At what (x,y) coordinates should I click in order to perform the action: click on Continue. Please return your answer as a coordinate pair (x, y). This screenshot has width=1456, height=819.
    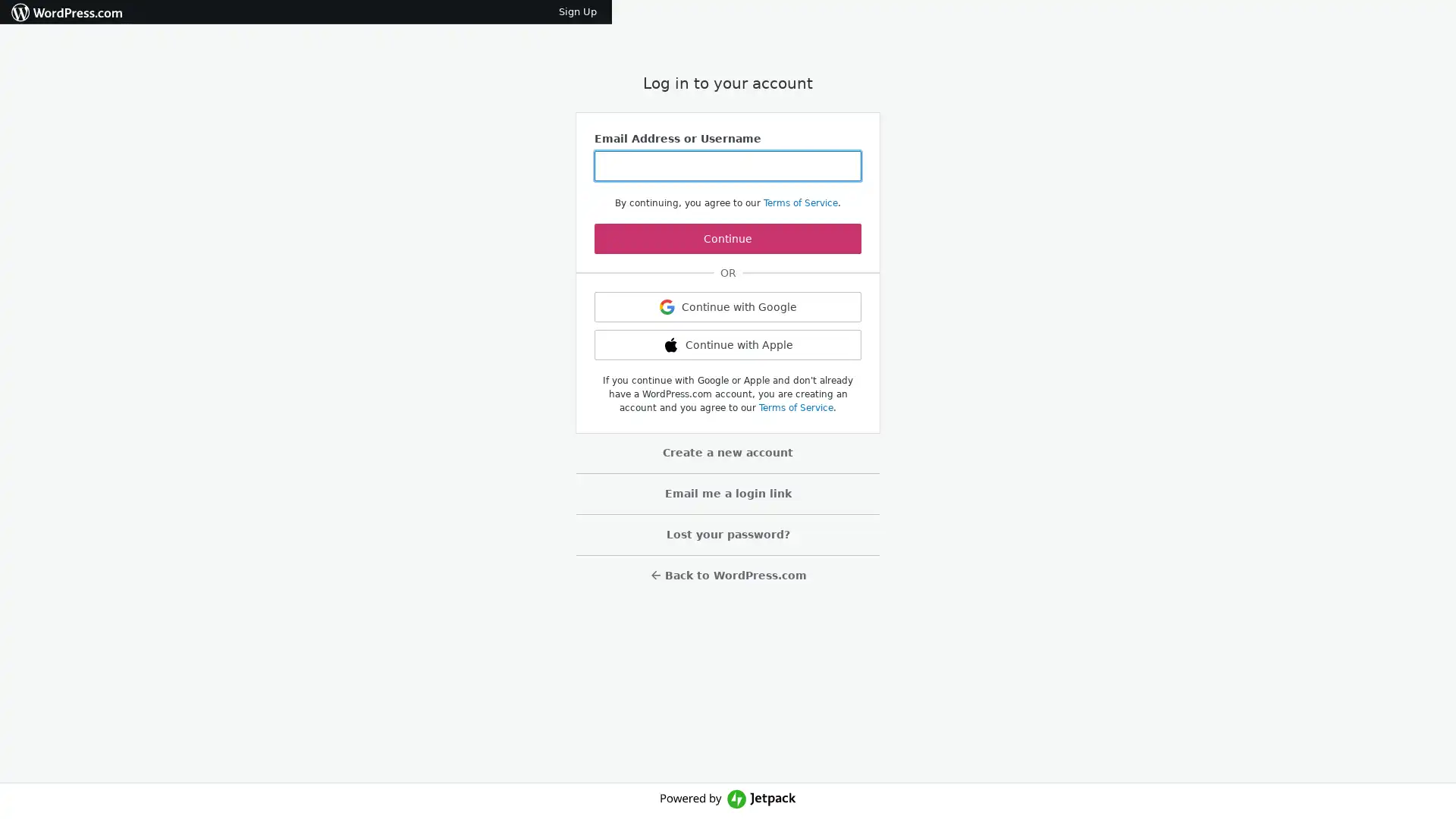
    Looking at the image, I should click on (728, 239).